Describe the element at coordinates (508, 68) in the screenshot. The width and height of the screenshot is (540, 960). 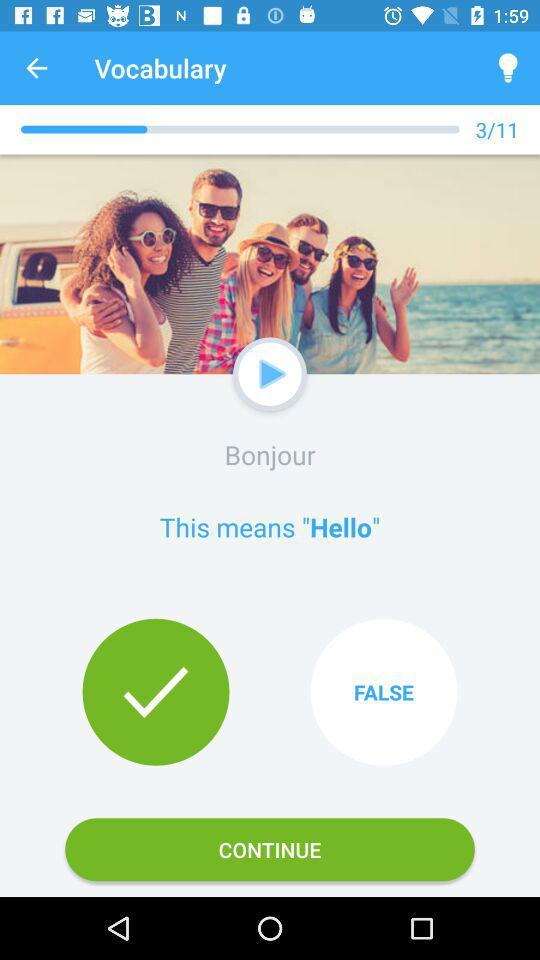
I see `the button at the top right of the page` at that location.